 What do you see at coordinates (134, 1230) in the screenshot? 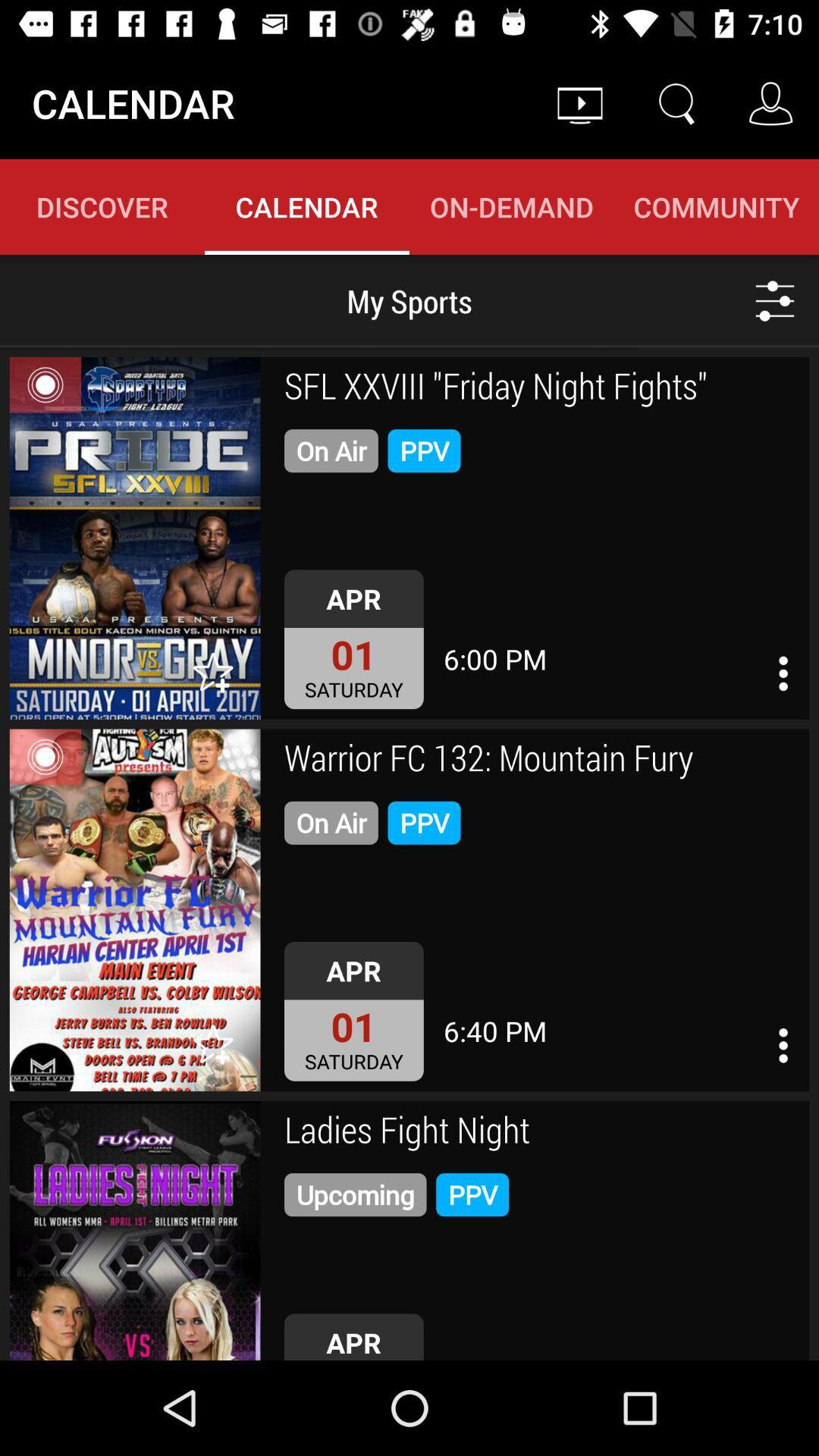
I see `image` at bounding box center [134, 1230].